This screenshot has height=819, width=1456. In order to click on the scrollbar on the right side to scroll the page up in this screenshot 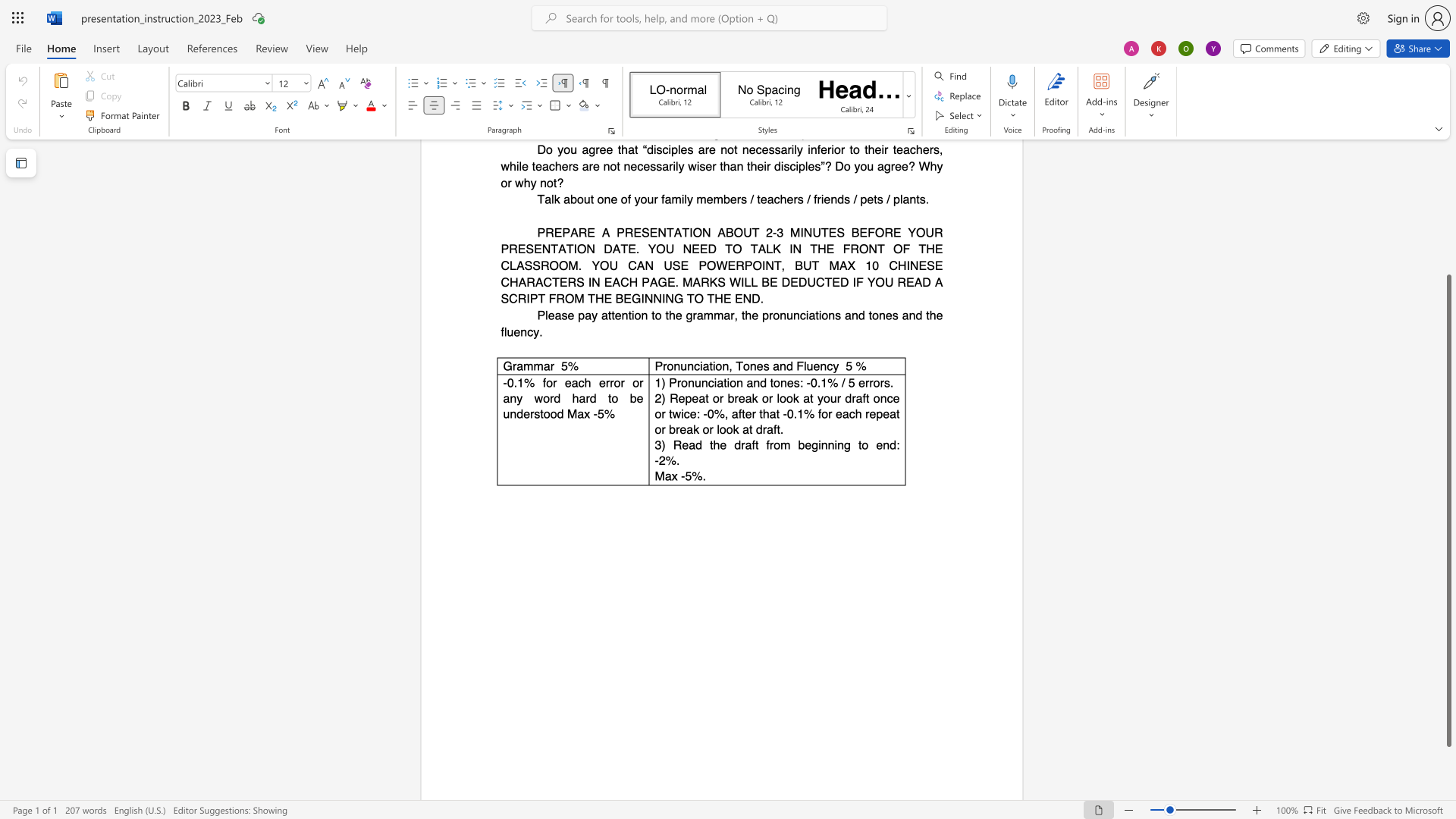, I will do `click(1448, 242)`.